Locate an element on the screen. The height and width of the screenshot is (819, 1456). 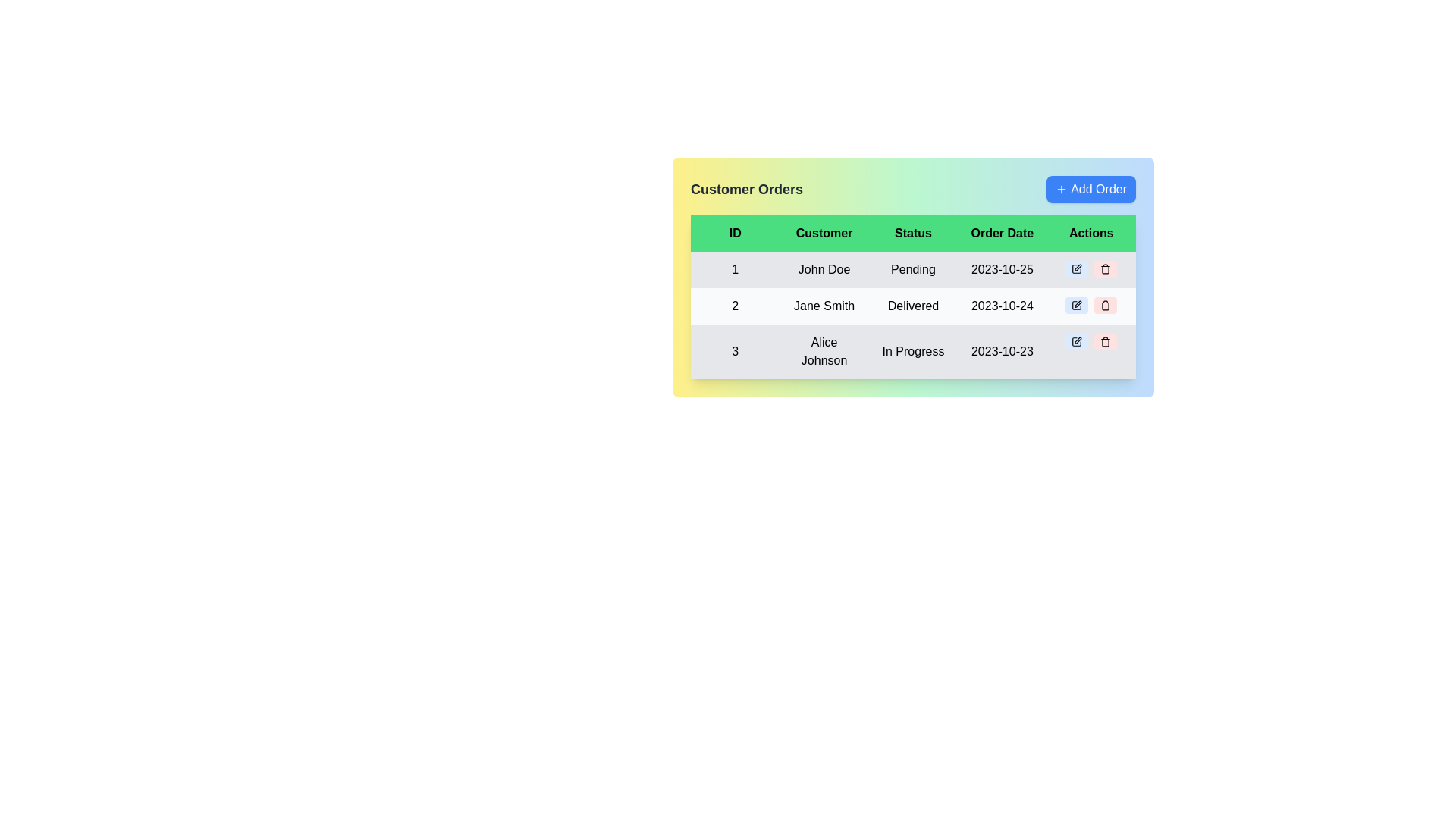
the static text label displaying 'Delivered' in black text, which is centrally positioned in its cell in the third column of the second row of the table is located at coordinates (912, 306).